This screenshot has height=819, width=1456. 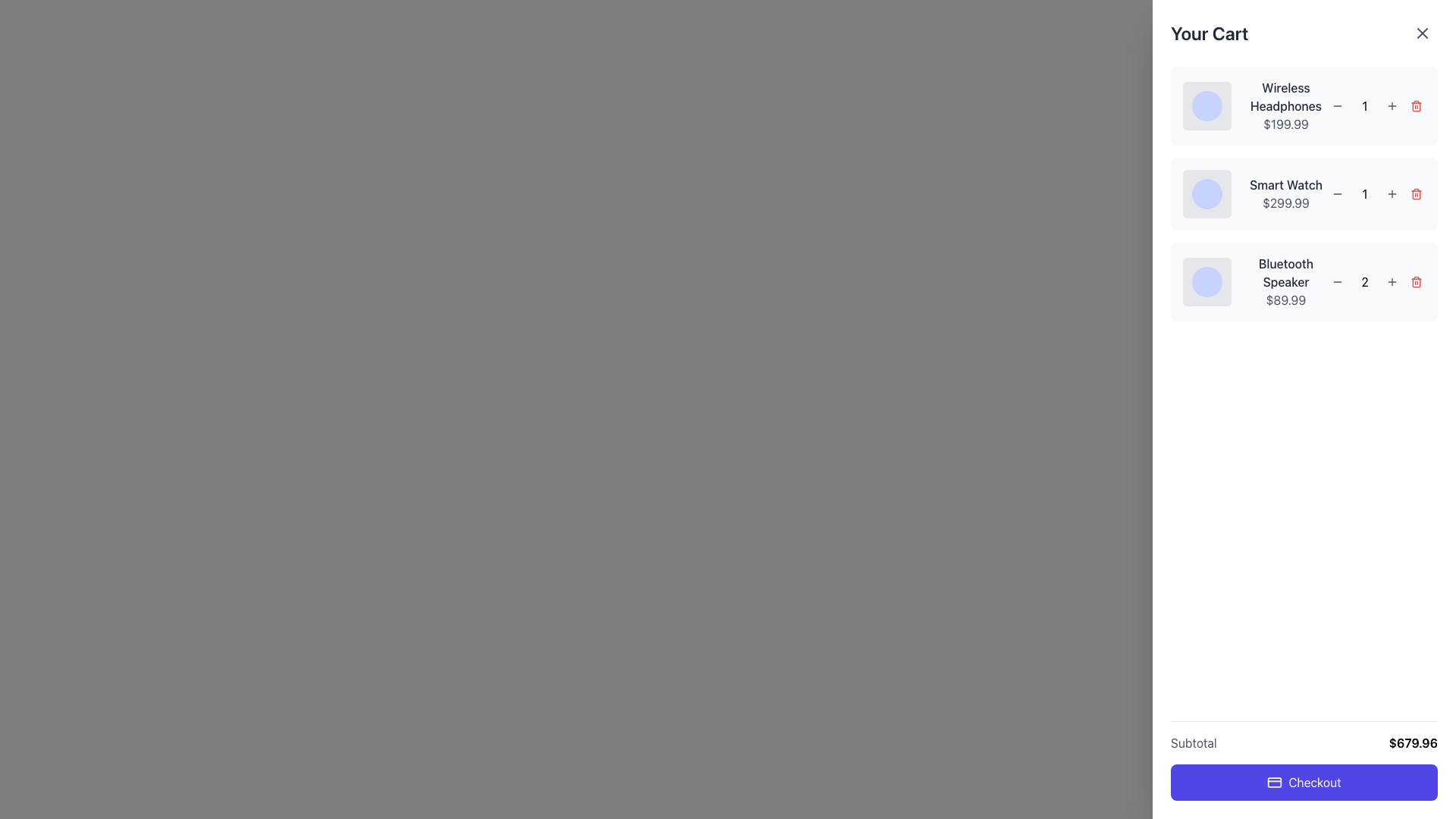 What do you see at coordinates (1365, 105) in the screenshot?
I see `the text display showing the value '1' in the cart, positioned between the decrement and increment buttons` at bounding box center [1365, 105].